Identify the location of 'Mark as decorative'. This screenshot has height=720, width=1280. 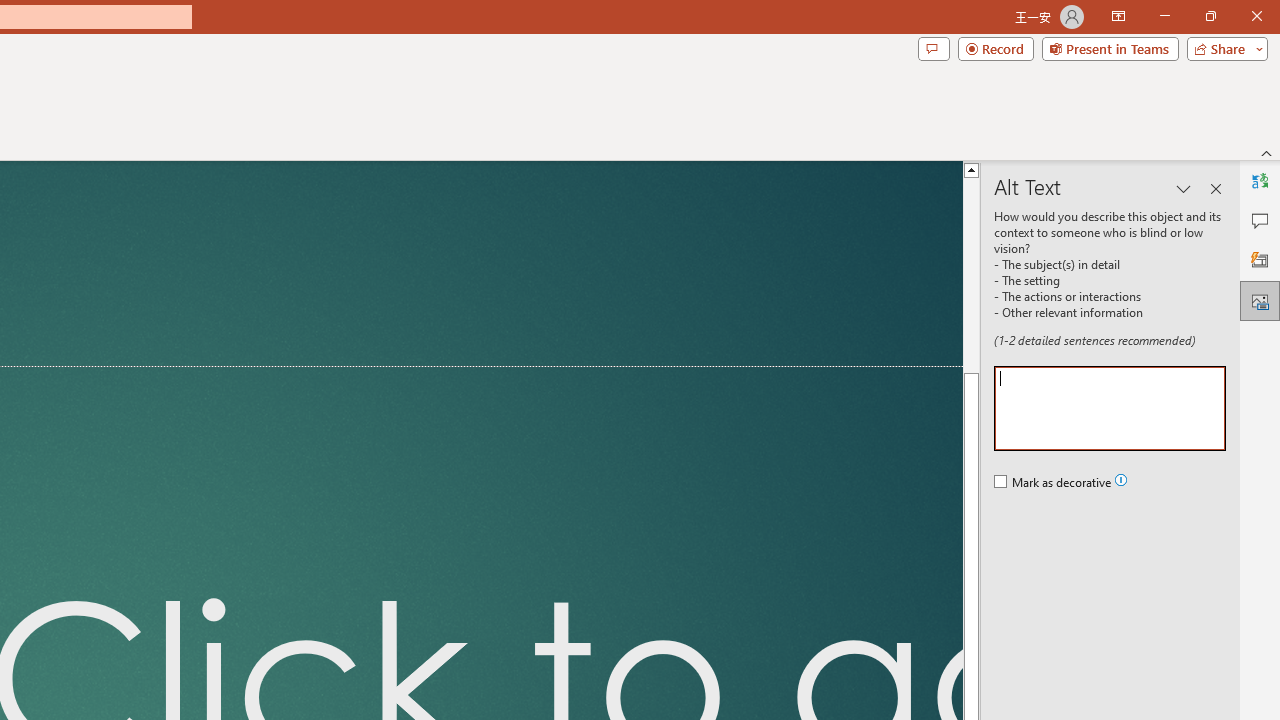
(1053, 483).